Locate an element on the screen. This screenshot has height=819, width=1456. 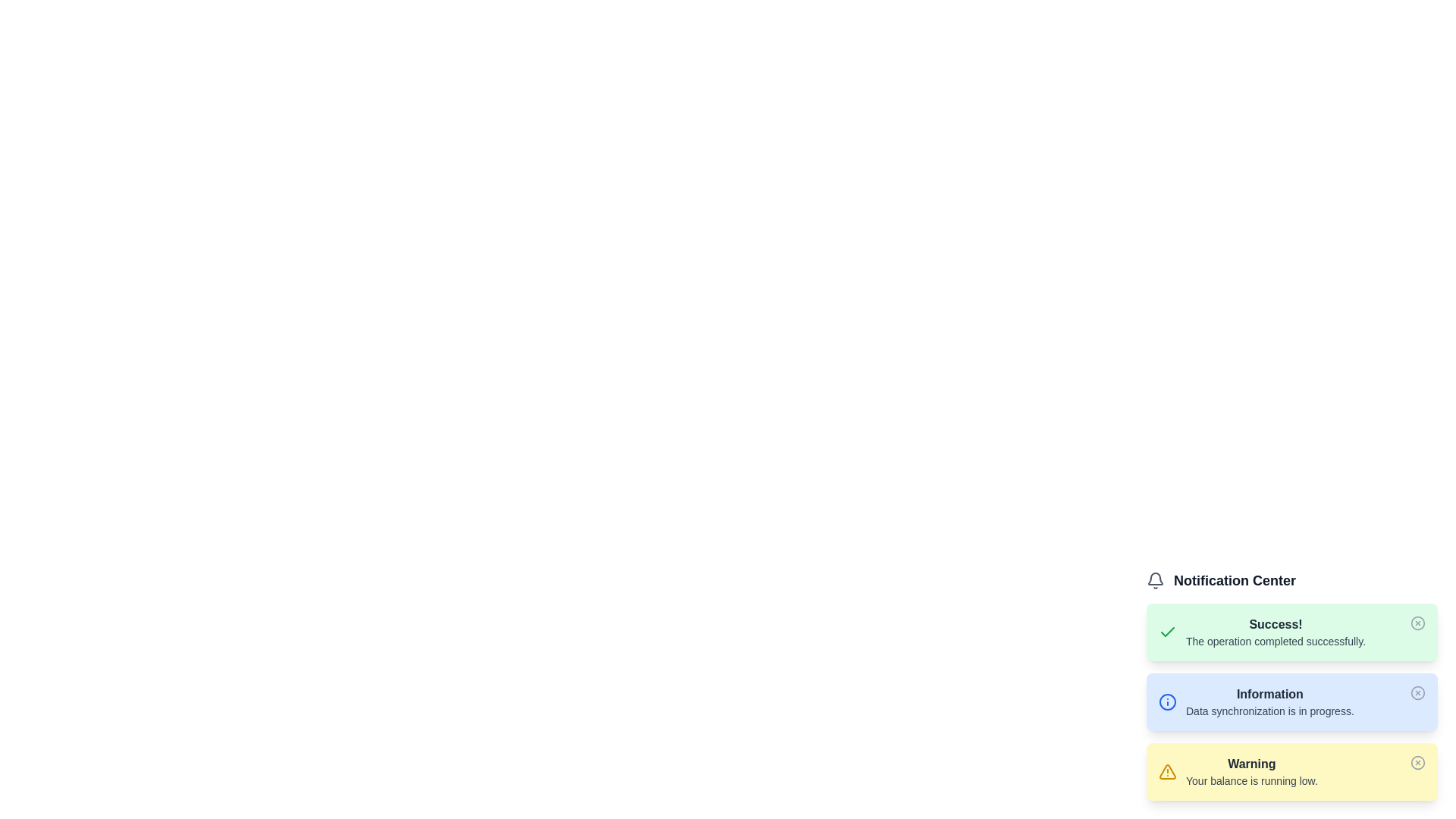
the text label displaying 'Your balance is running low.' located under the 'Warning' header in the yellow notification card is located at coordinates (1251, 780).